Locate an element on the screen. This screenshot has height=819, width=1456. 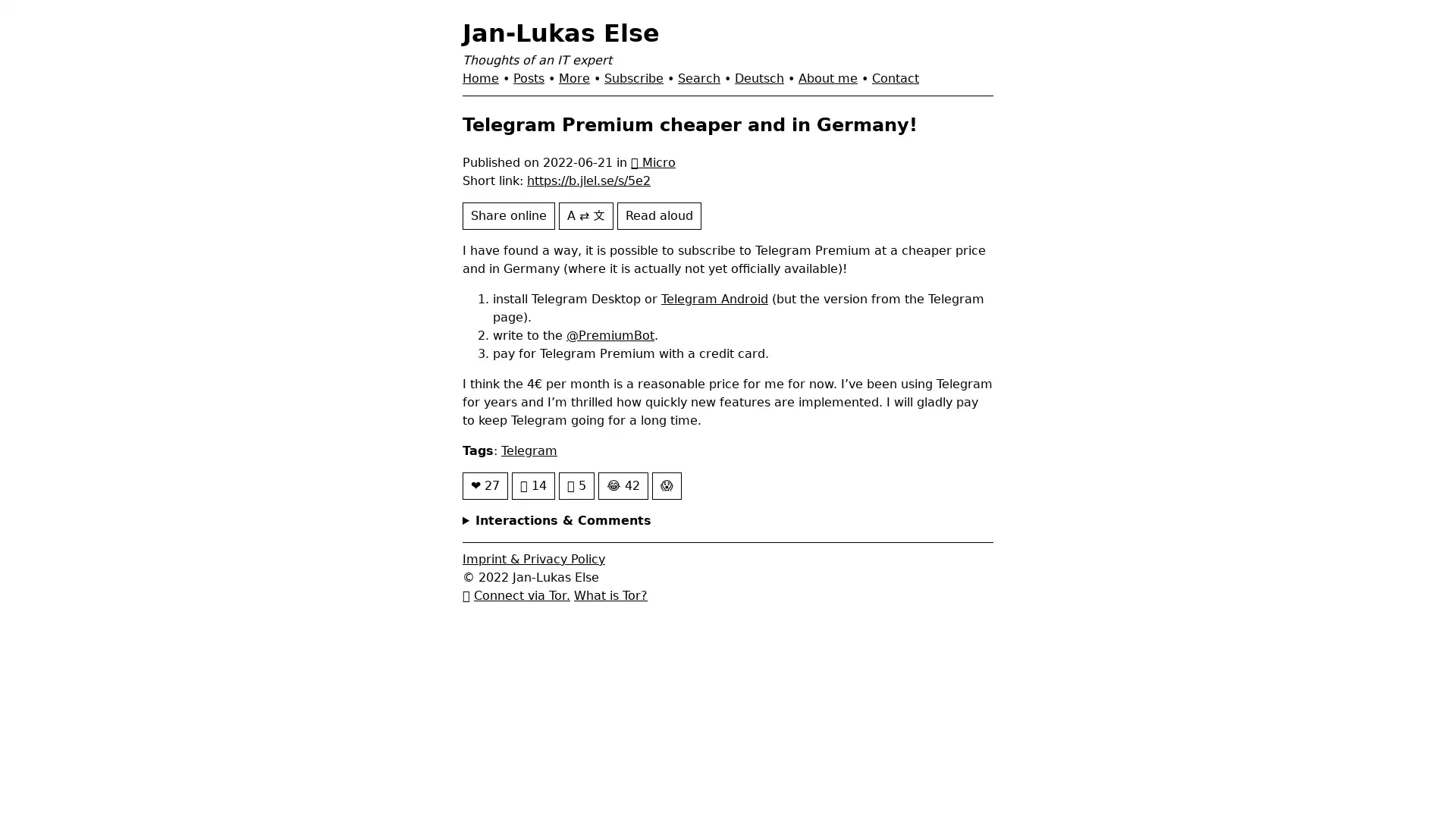
42 is located at coordinates (623, 485).